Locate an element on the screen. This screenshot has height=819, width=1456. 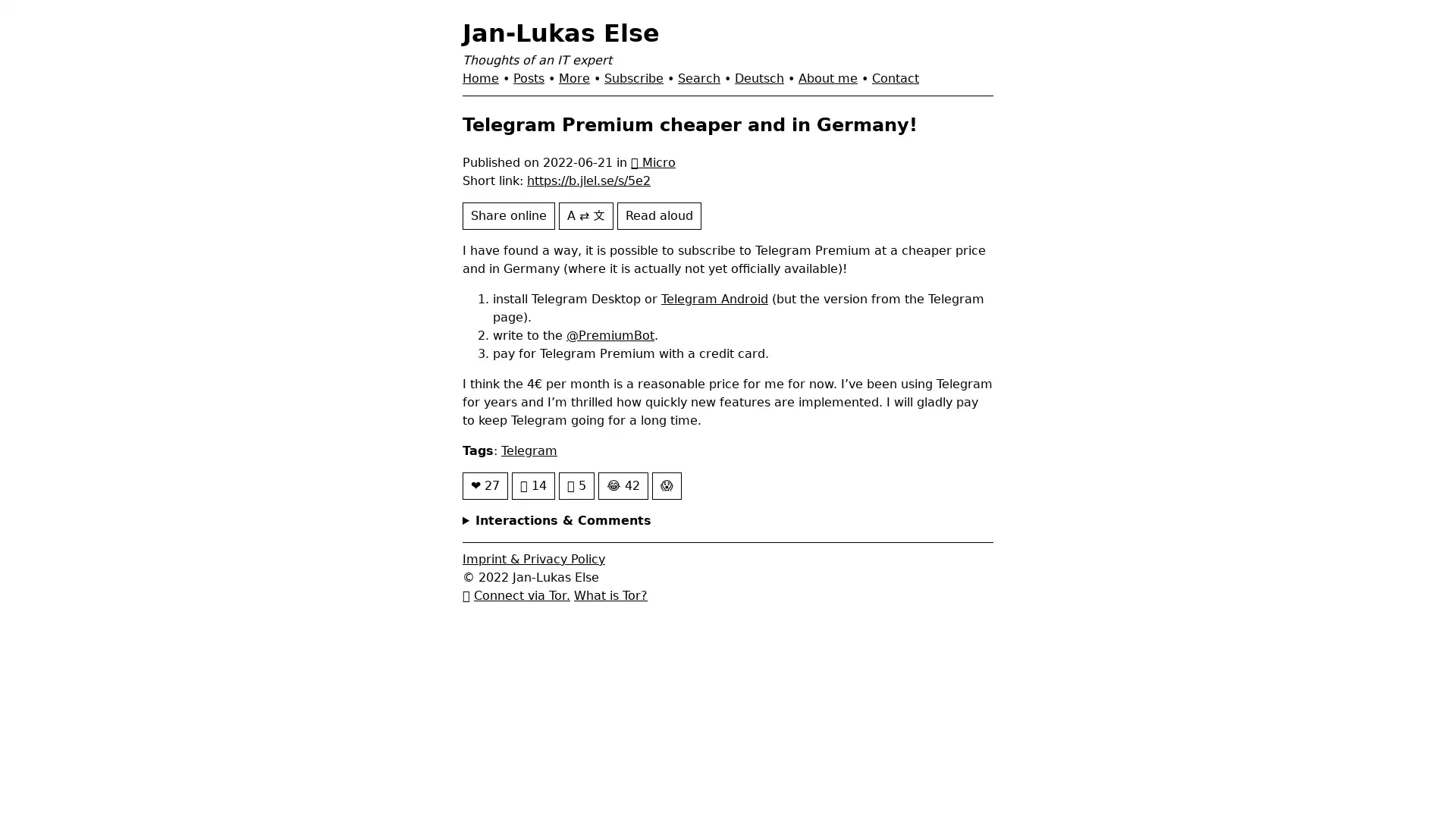
42 is located at coordinates (623, 485).